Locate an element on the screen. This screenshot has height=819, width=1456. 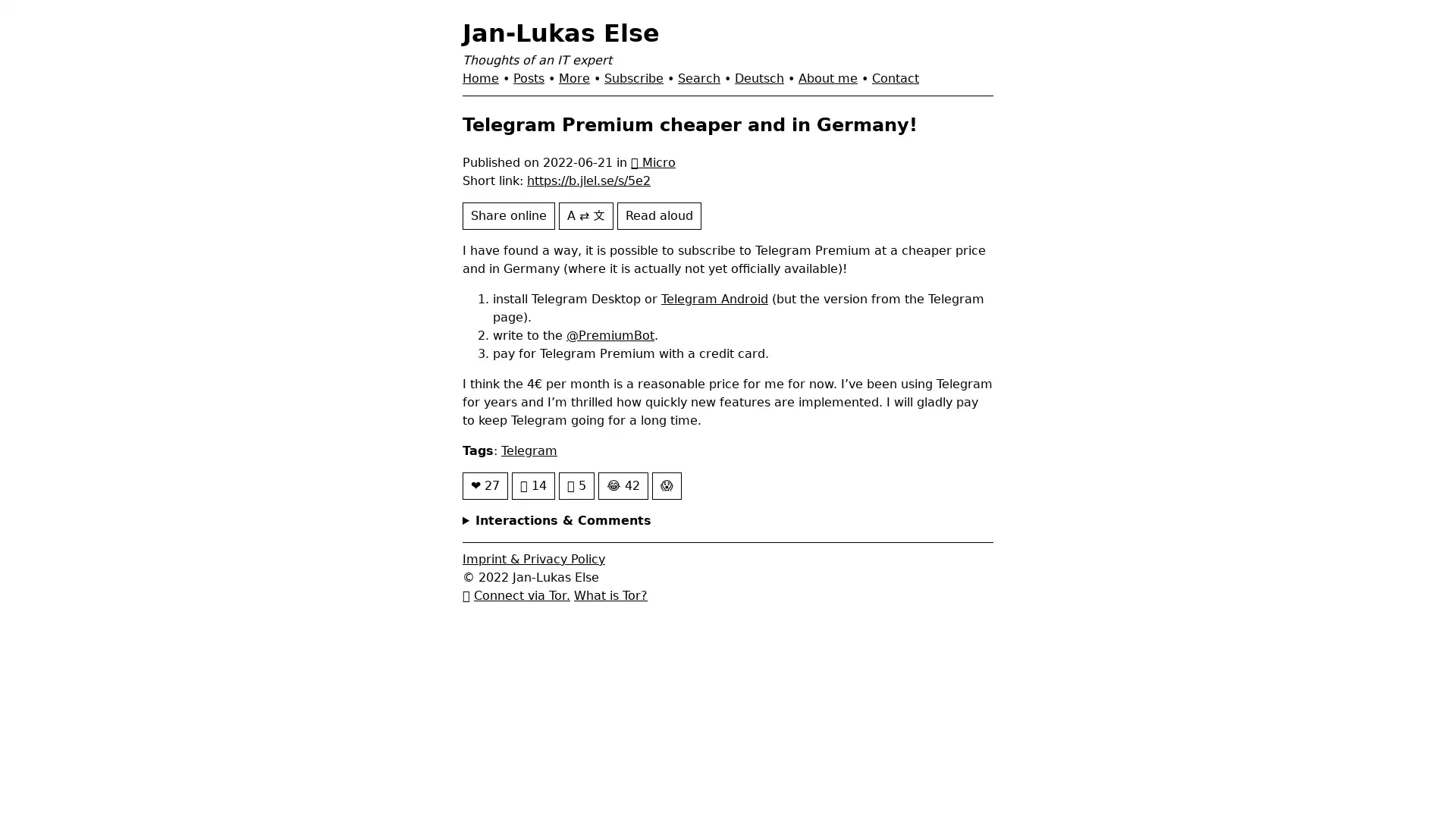
42 is located at coordinates (623, 485).